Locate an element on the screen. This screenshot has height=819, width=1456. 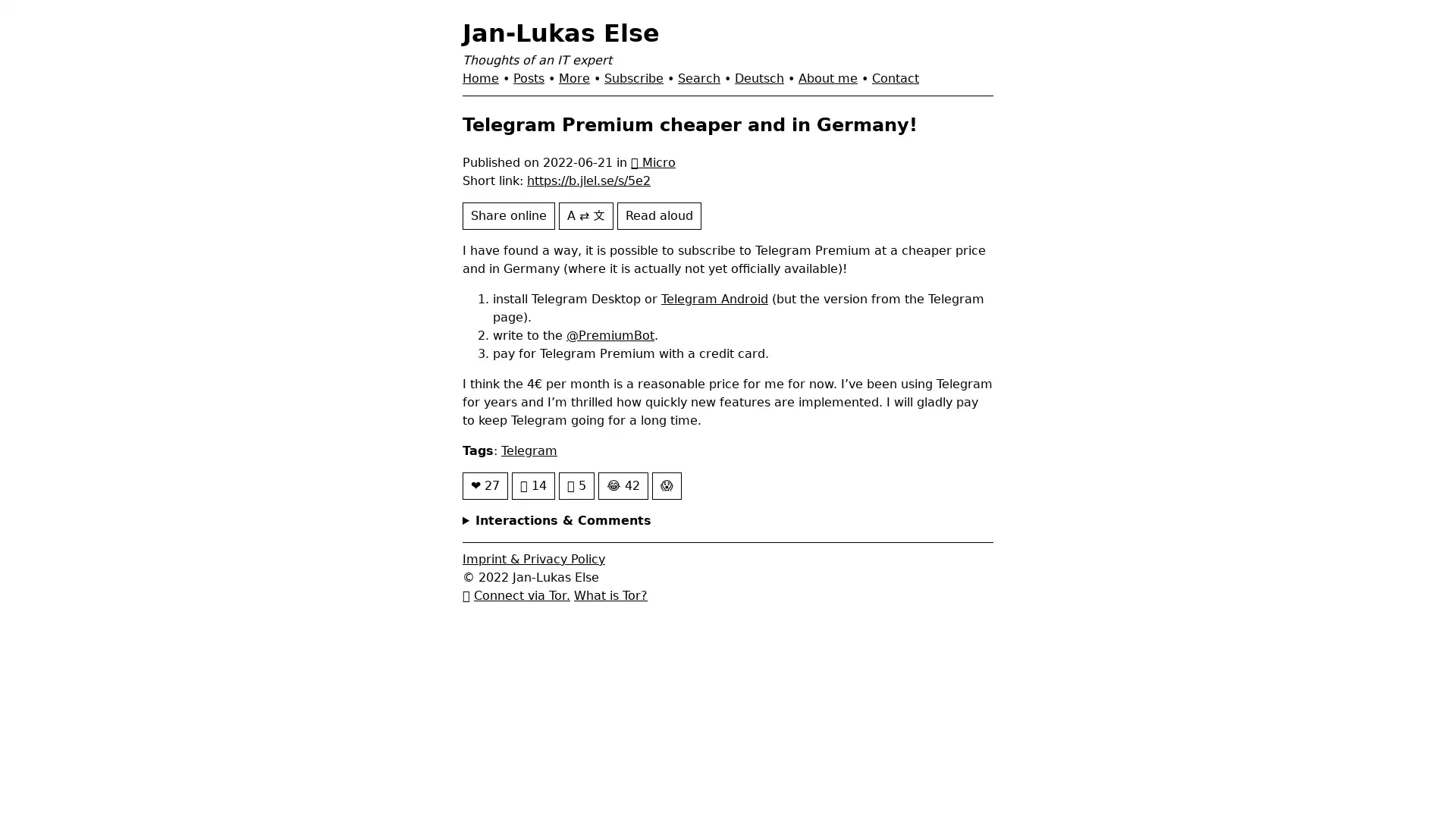
42 is located at coordinates (623, 485).